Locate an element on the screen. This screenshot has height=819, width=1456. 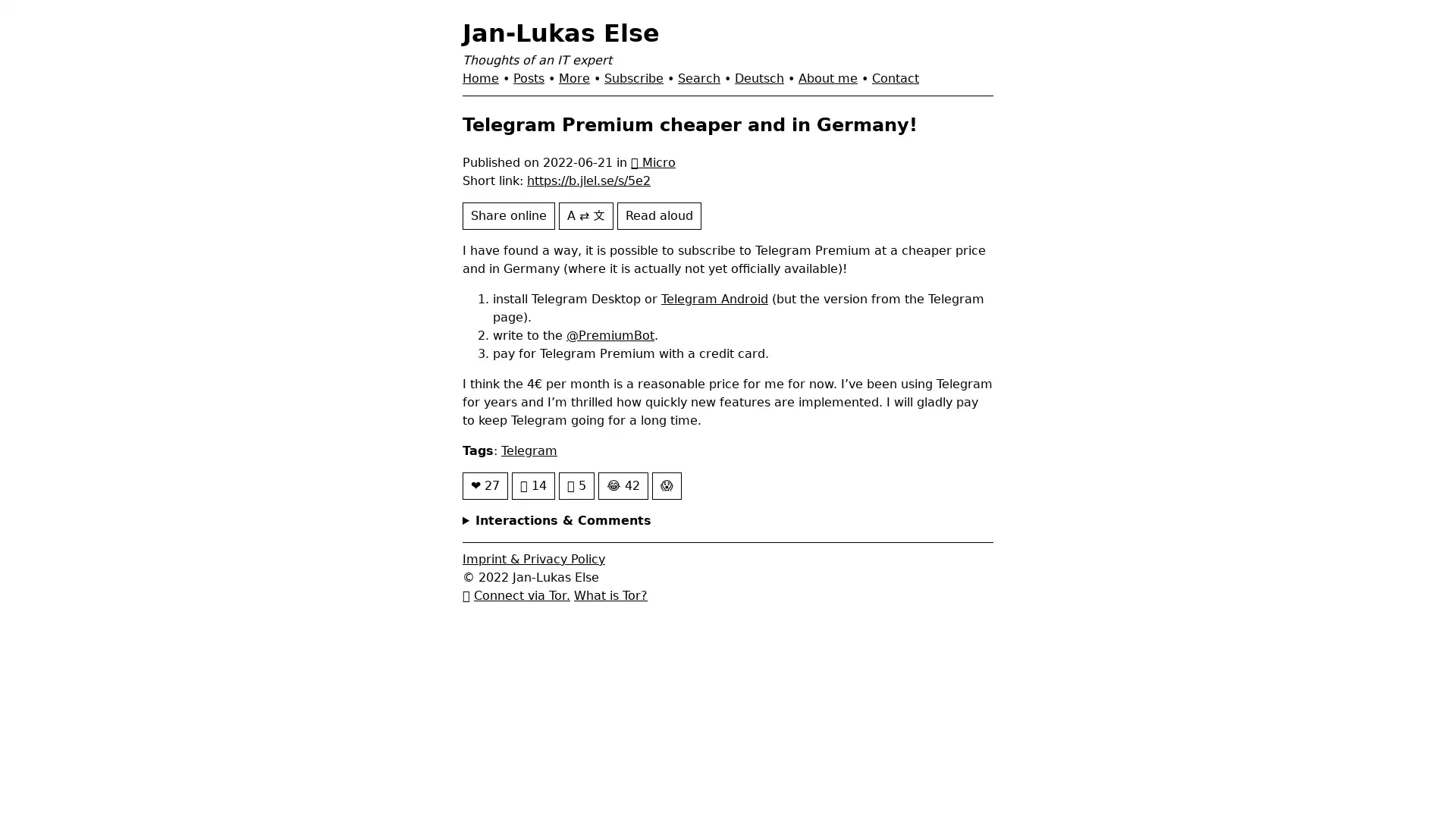
42 is located at coordinates (623, 485).